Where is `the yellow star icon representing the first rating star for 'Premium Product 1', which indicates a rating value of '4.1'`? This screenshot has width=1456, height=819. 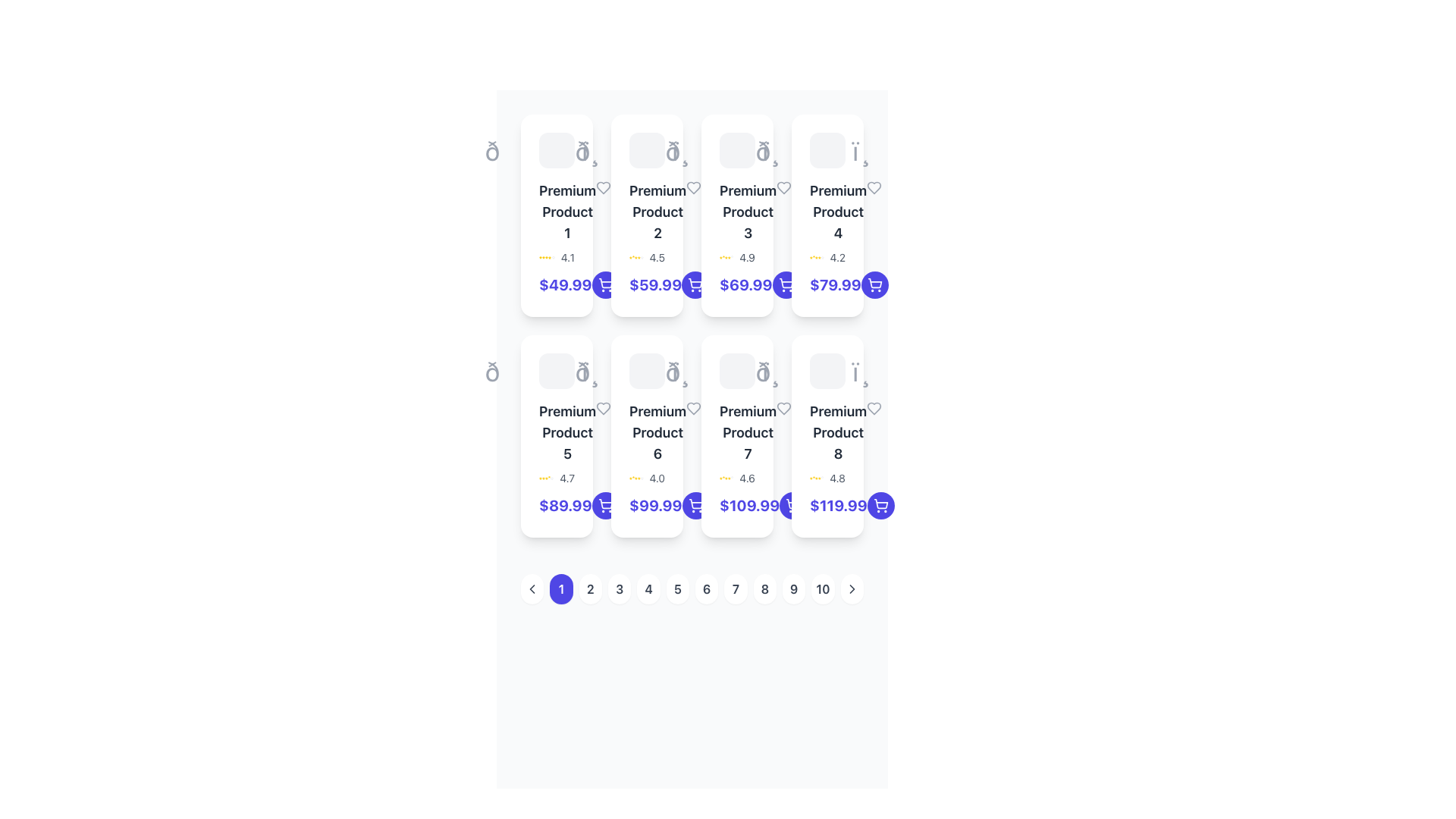 the yellow star icon representing the first rating star for 'Premium Product 1', which indicates a rating value of '4.1' is located at coordinates (541, 256).